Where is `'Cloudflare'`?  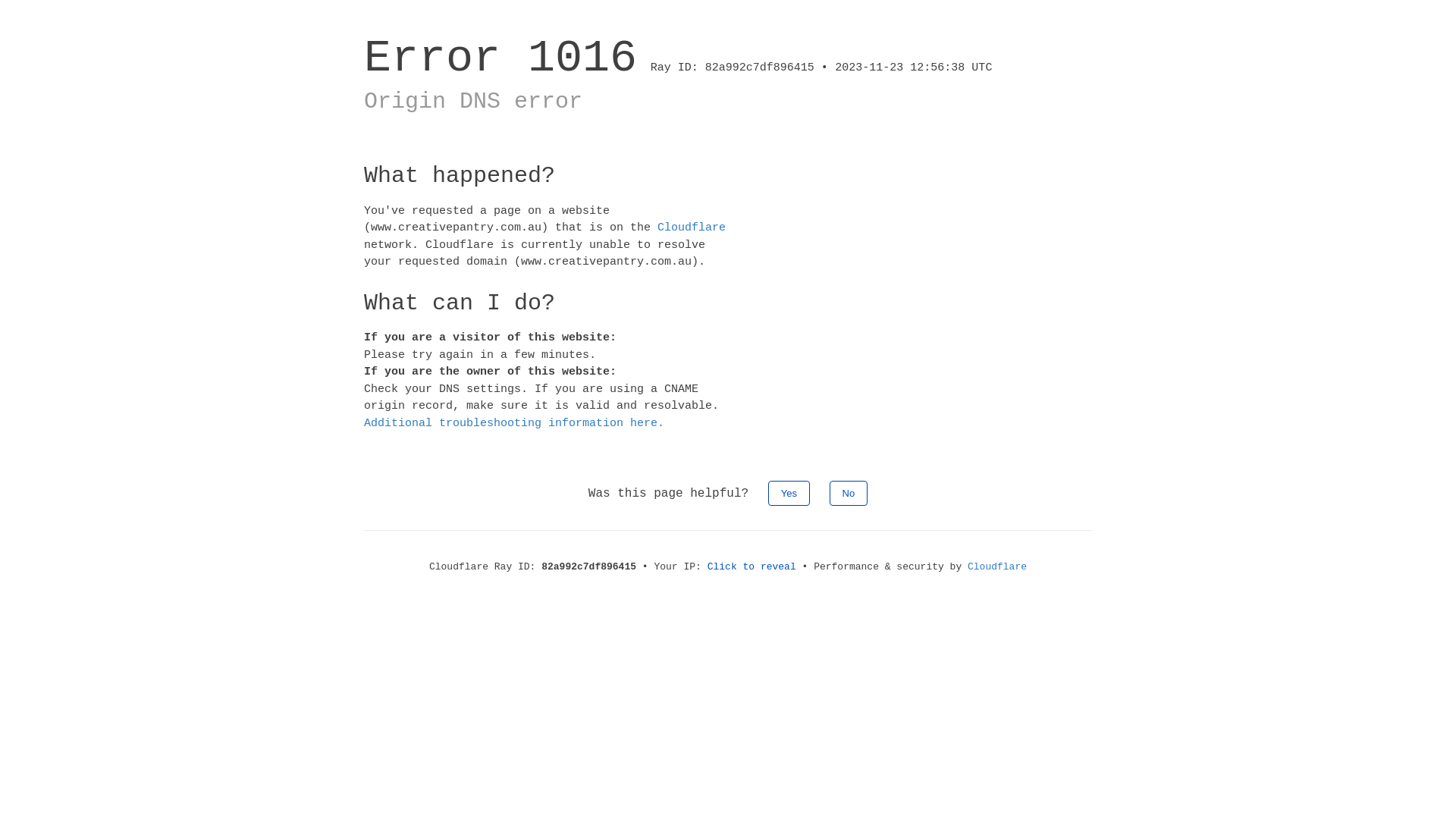 'Cloudflare' is located at coordinates (997, 566).